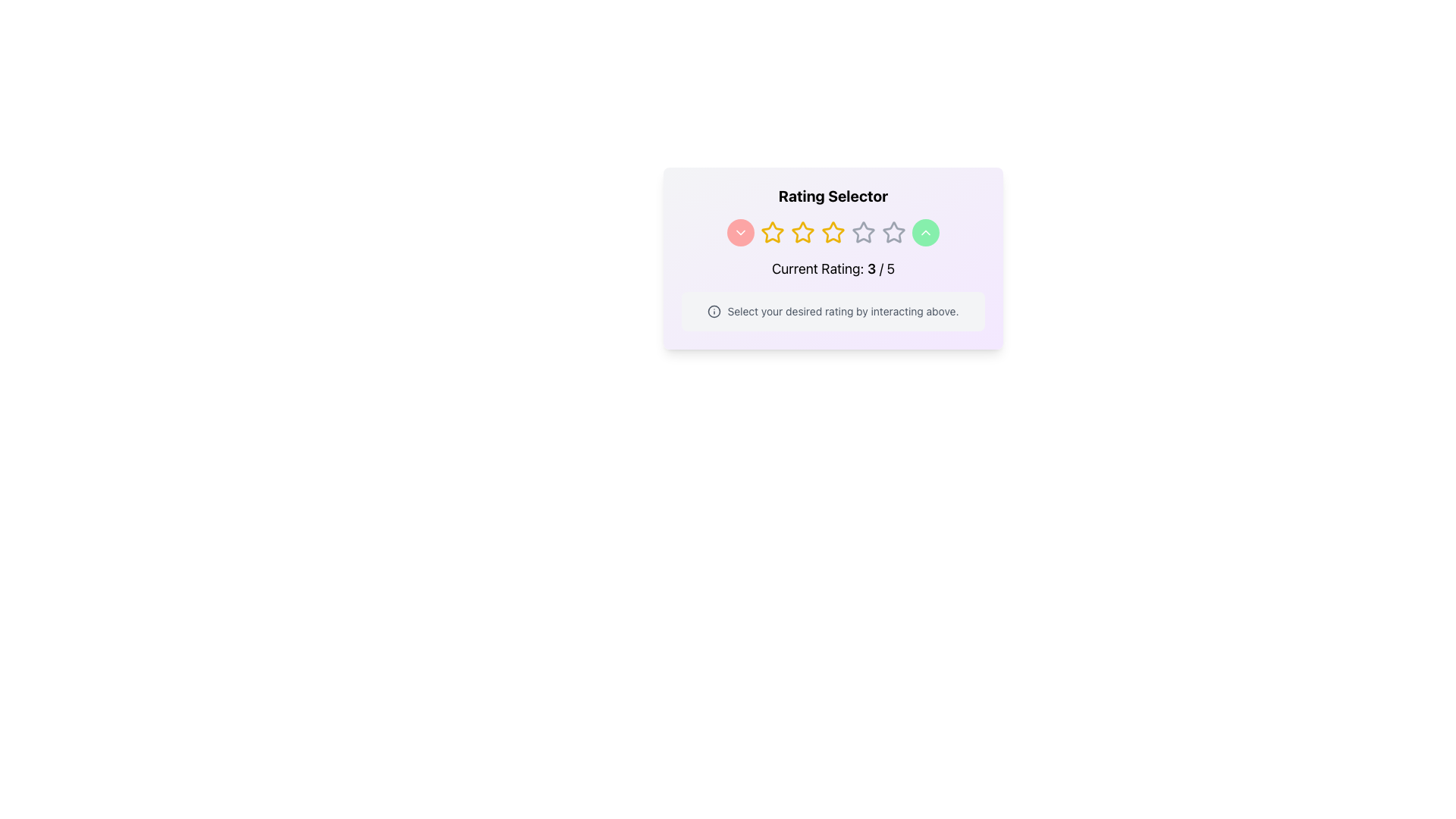  What do you see at coordinates (833, 233) in the screenshot?
I see `the third star in the five-star rating system, located below the 'Rating Selector' heading` at bounding box center [833, 233].